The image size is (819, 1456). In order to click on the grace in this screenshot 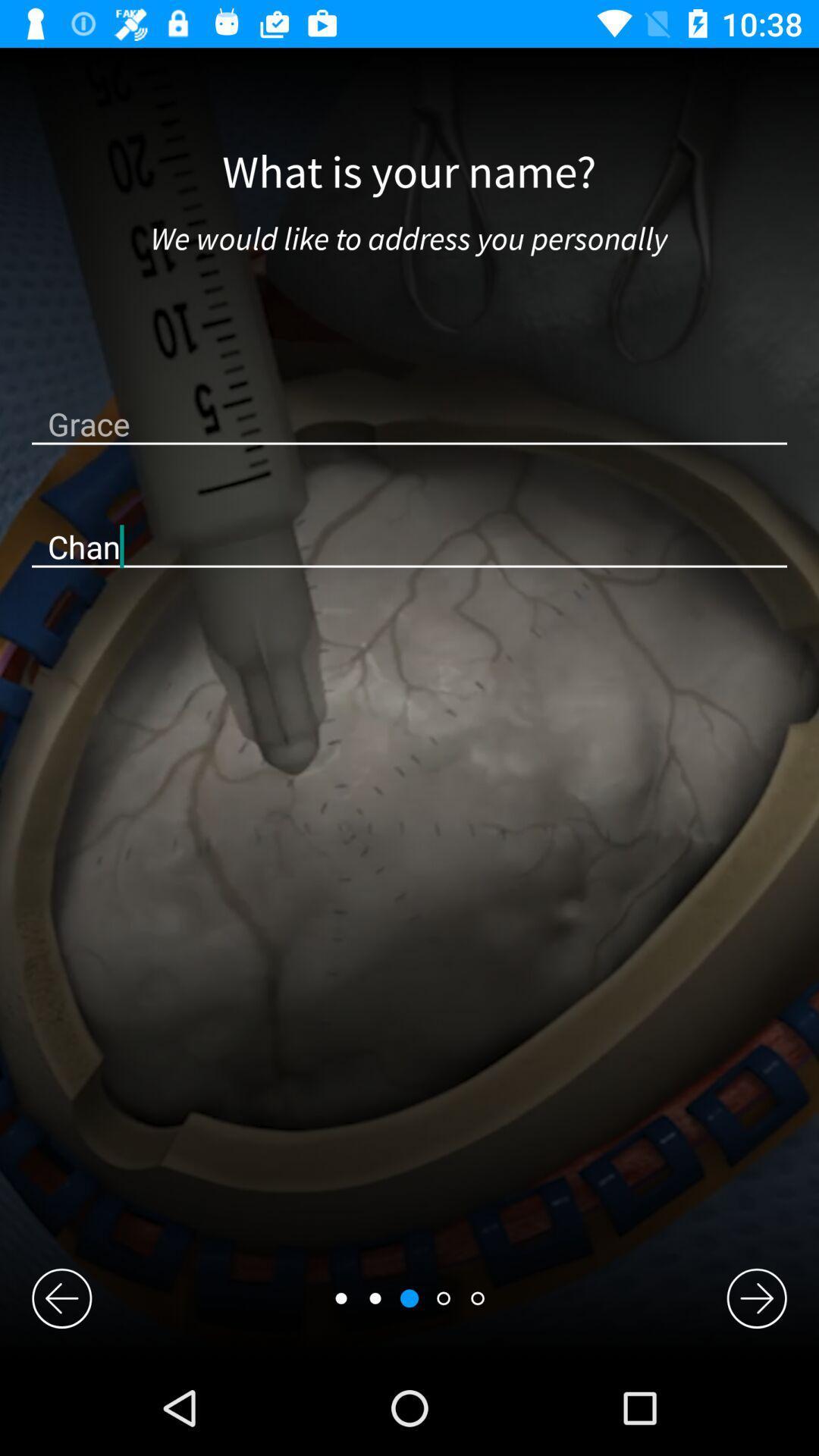, I will do `click(409, 423)`.